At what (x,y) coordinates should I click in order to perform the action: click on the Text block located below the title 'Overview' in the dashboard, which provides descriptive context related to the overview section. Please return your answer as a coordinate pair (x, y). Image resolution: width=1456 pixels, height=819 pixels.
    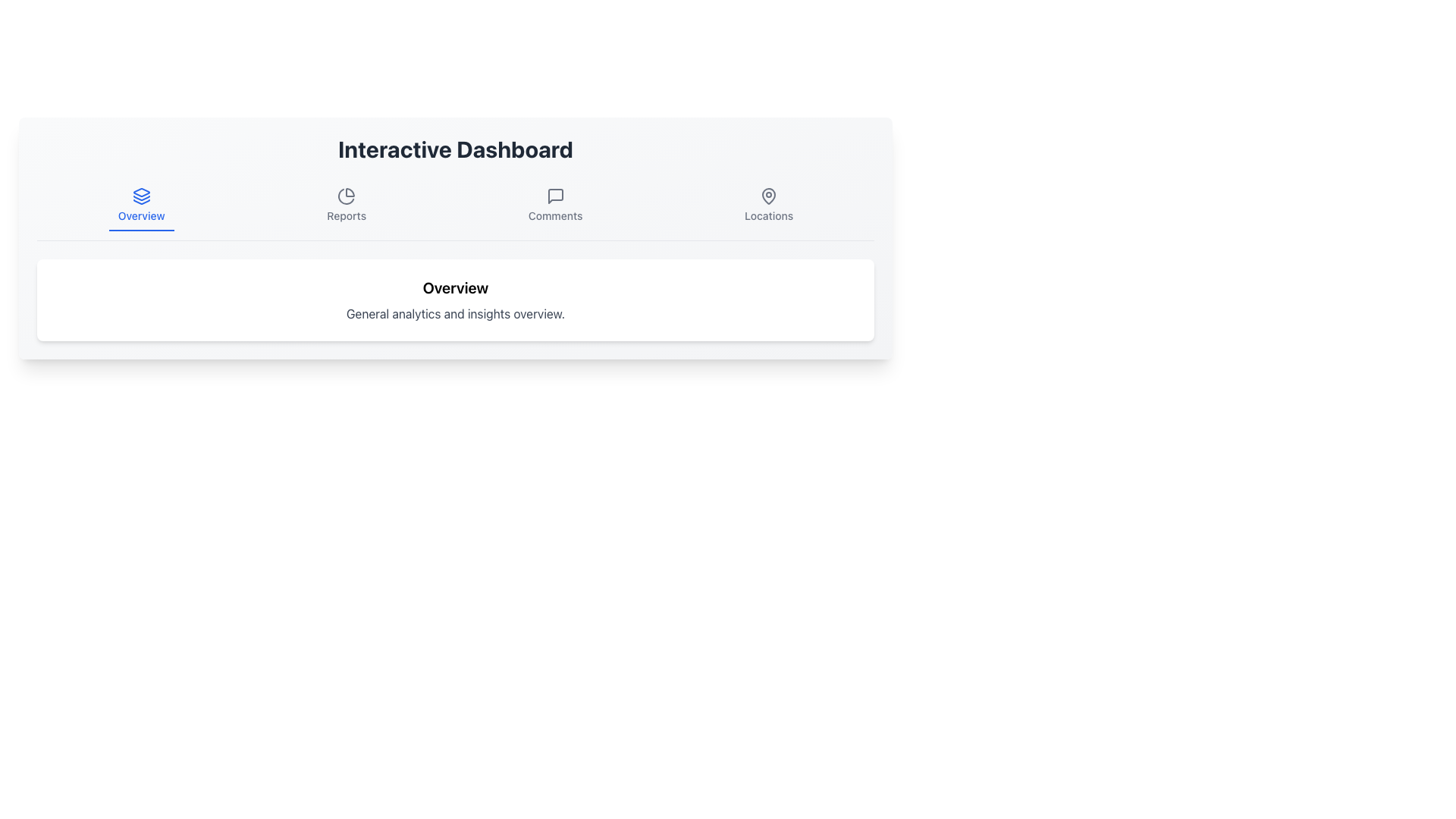
    Looking at the image, I should click on (454, 312).